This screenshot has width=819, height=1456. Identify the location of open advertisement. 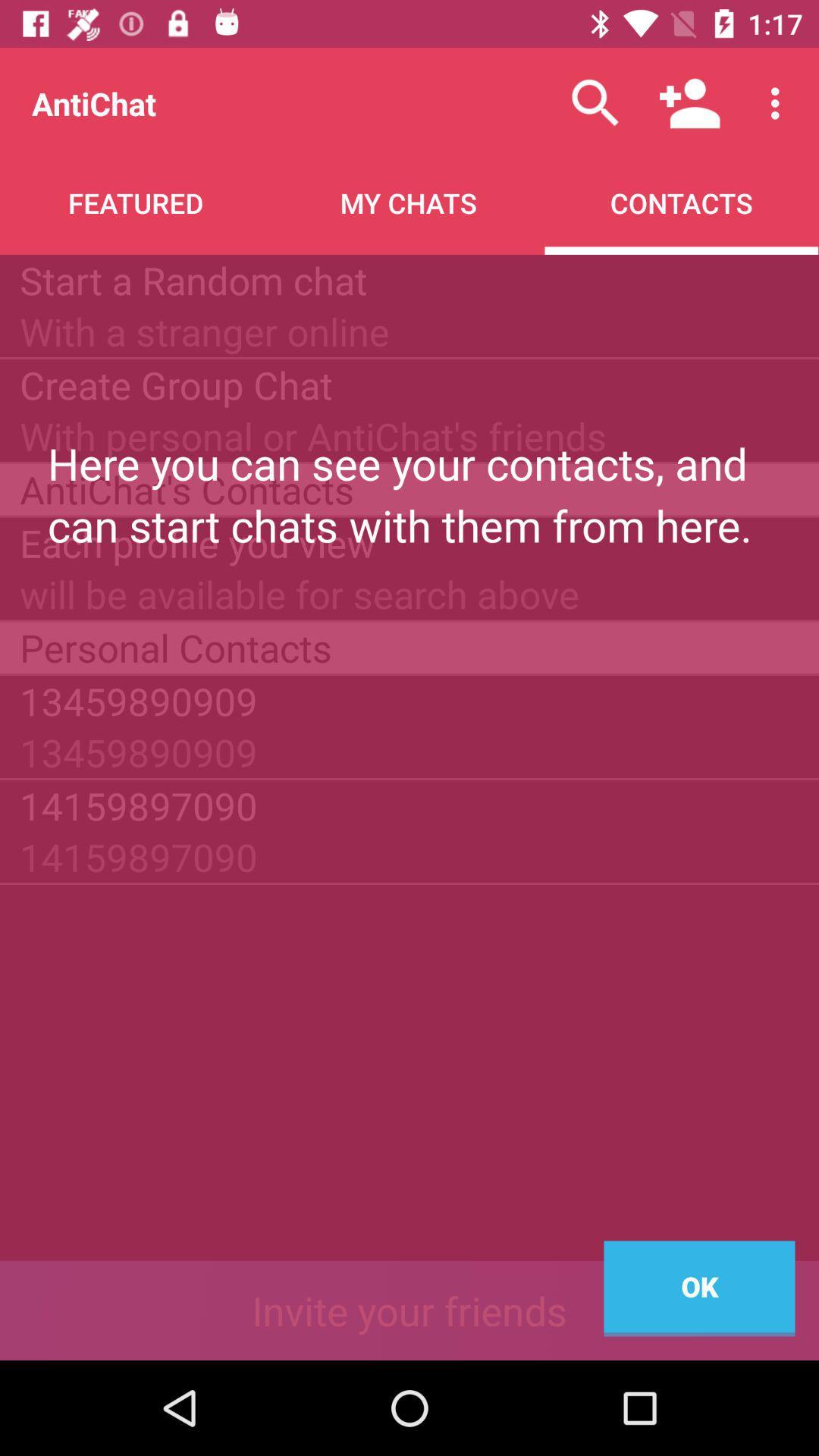
(409, 1310).